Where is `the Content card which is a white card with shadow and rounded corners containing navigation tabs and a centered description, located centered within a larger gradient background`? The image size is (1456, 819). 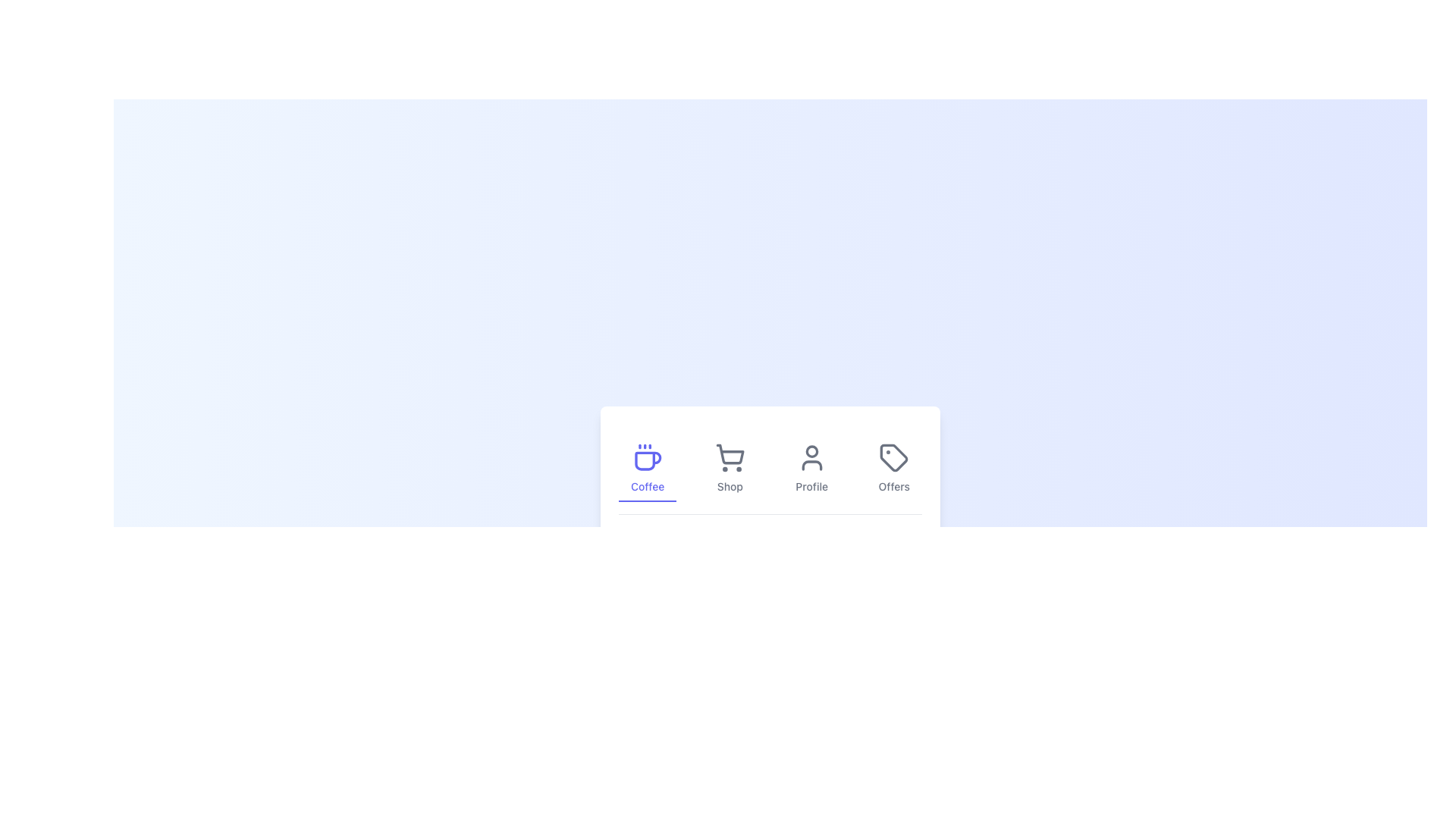 the Content card which is a white card with shadow and rounded corners containing navigation tabs and a centered description, located centered within a larger gradient background is located at coordinates (770, 509).